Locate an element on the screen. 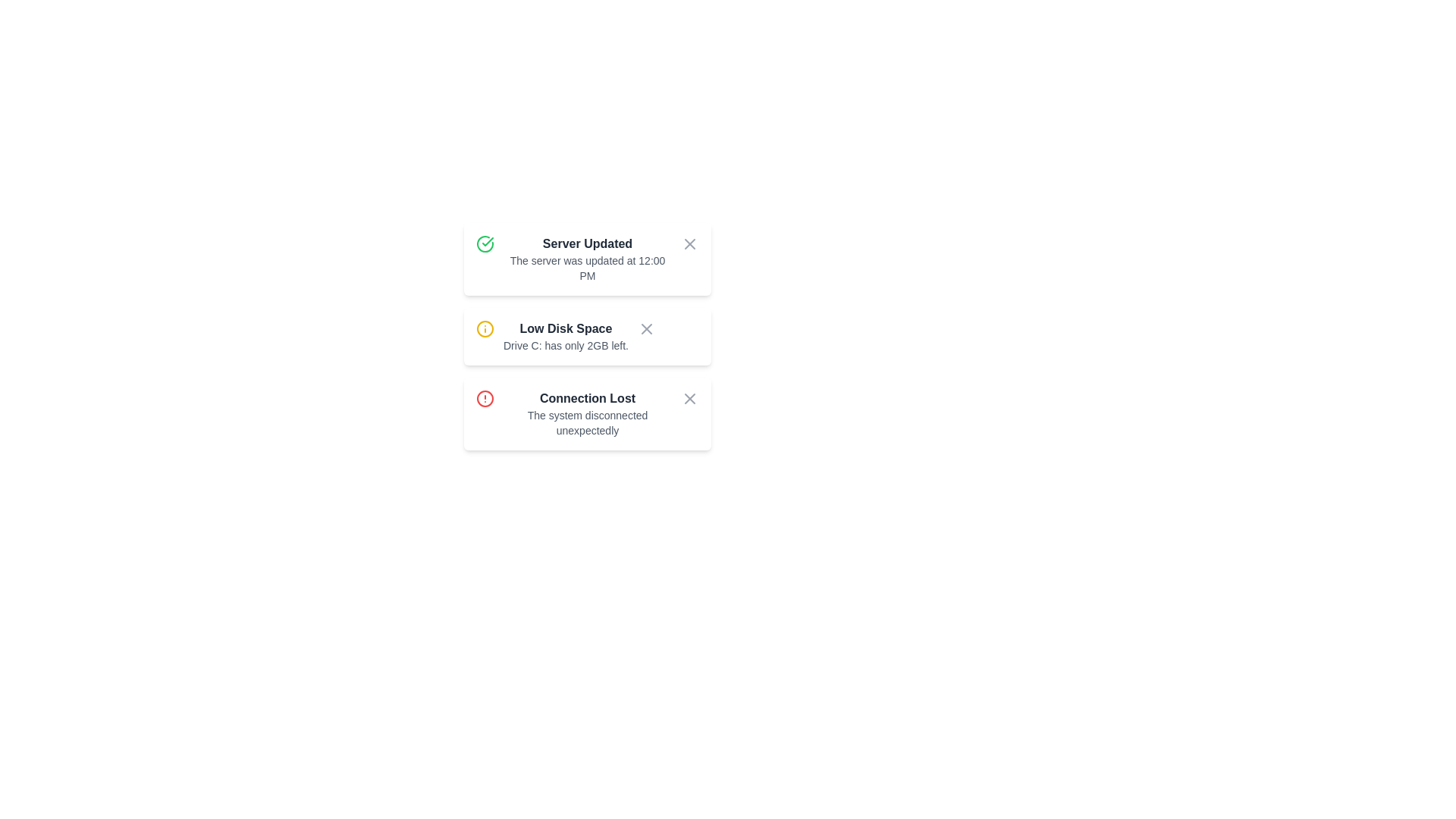 The height and width of the screenshot is (819, 1456). the Text label that emphasizes the notification message 'Drive C: has only 2GB left.' positioned at the top of its respective notification card is located at coordinates (565, 328).